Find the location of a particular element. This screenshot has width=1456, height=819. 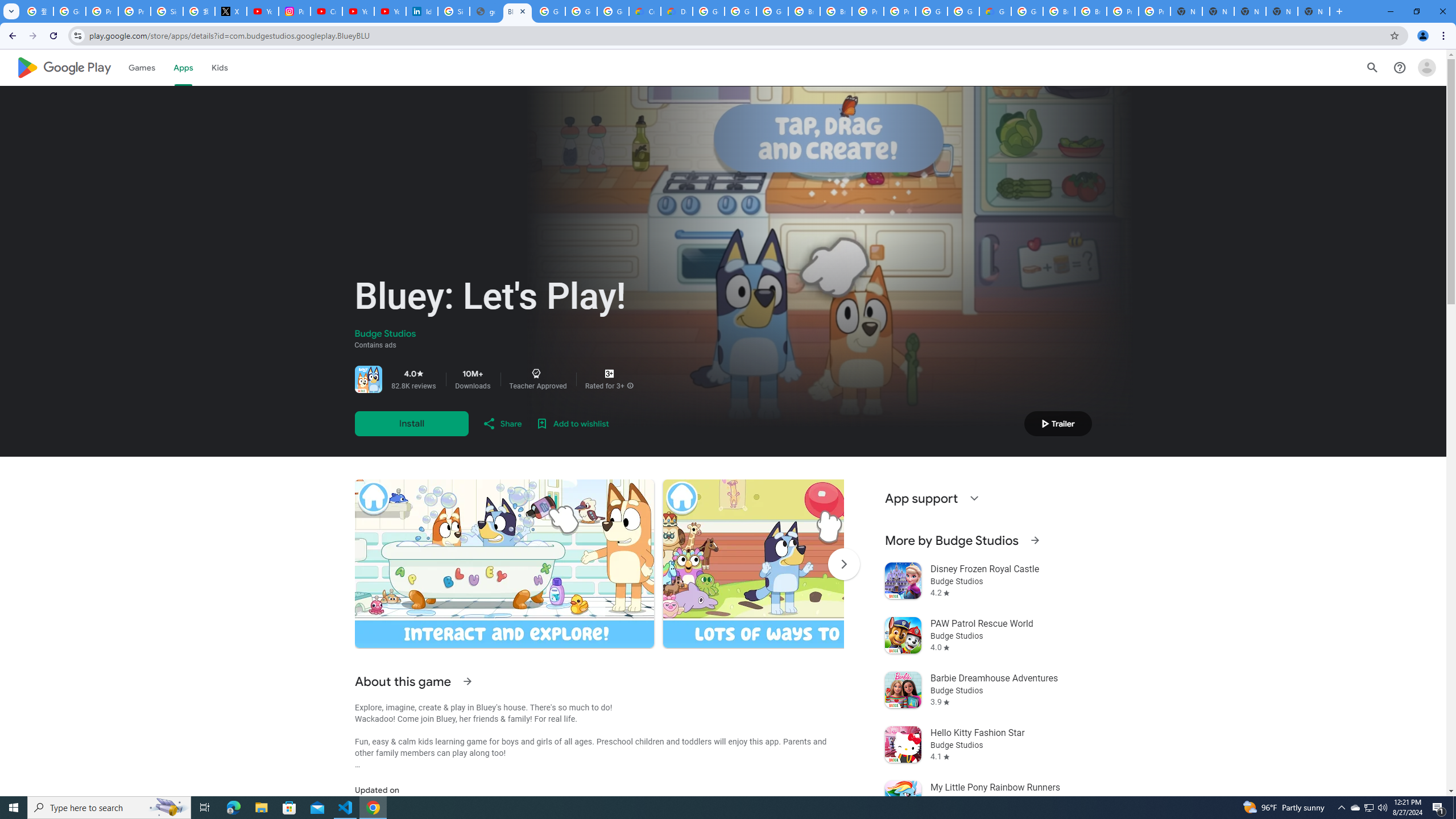

'Open account menu' is located at coordinates (1426, 67).